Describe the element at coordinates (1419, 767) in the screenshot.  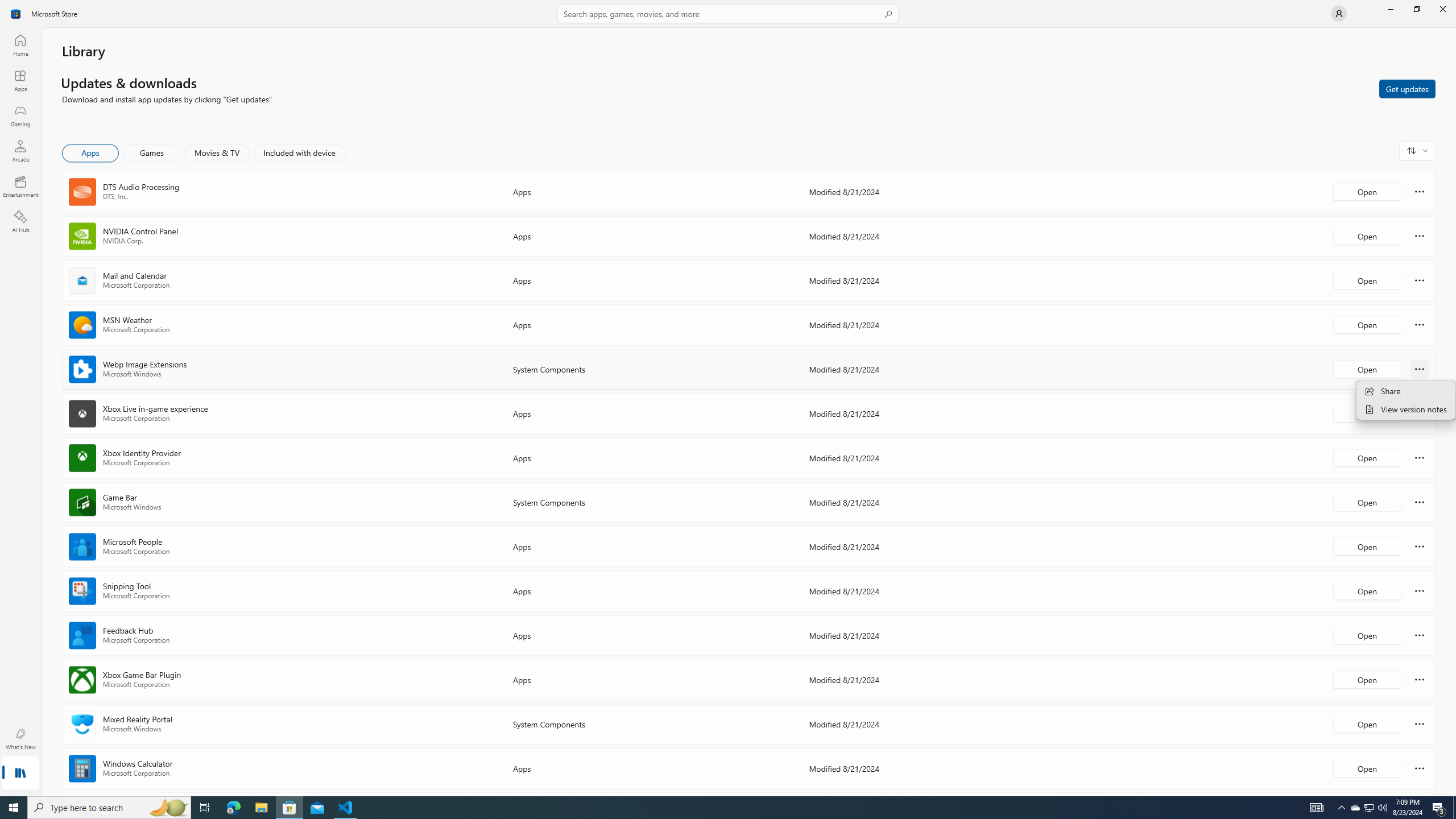
I see `'More options'` at that location.